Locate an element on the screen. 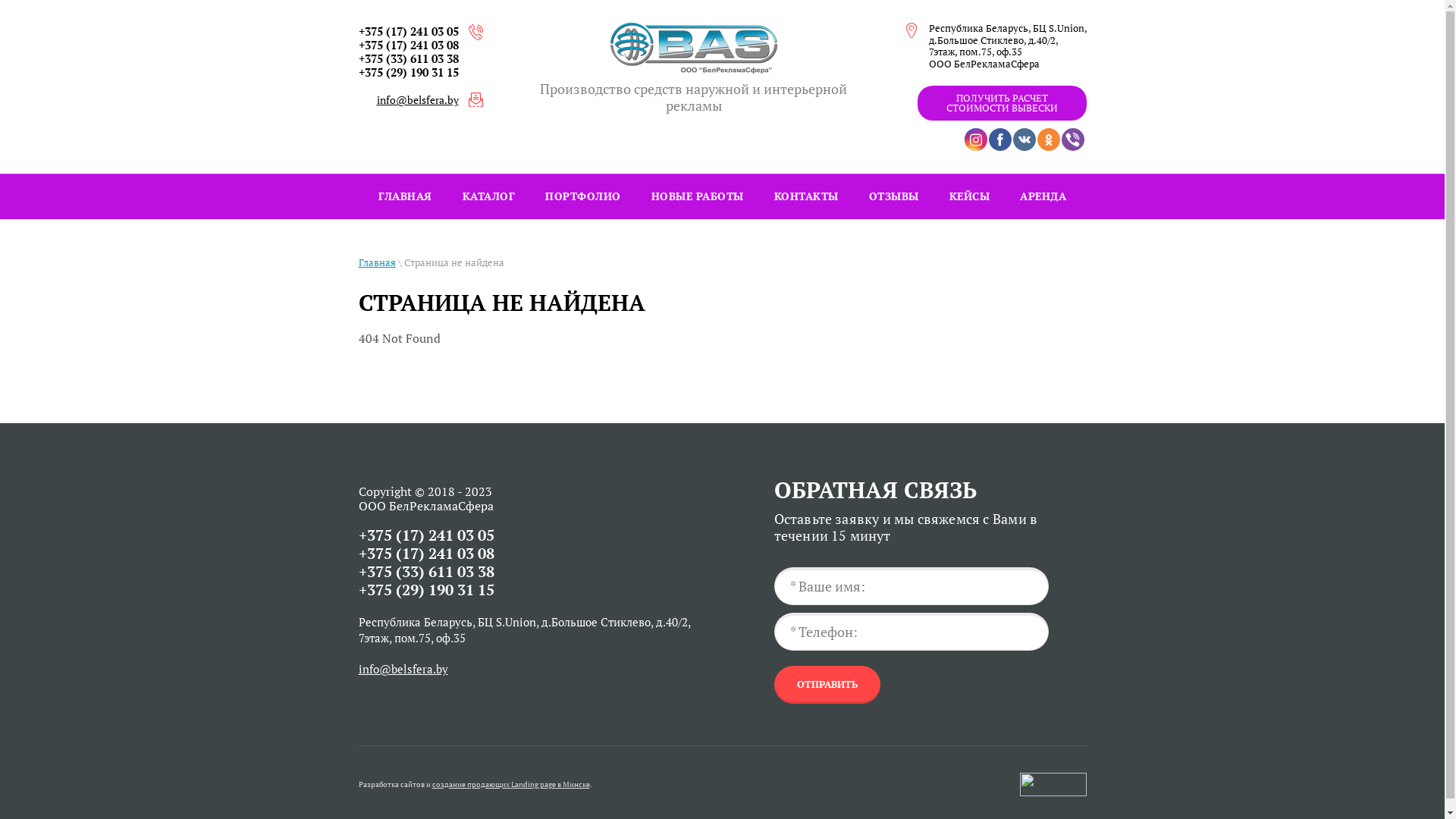 The height and width of the screenshot is (819, 1456). '+375 (17) 241 03 05' is located at coordinates (425, 534).